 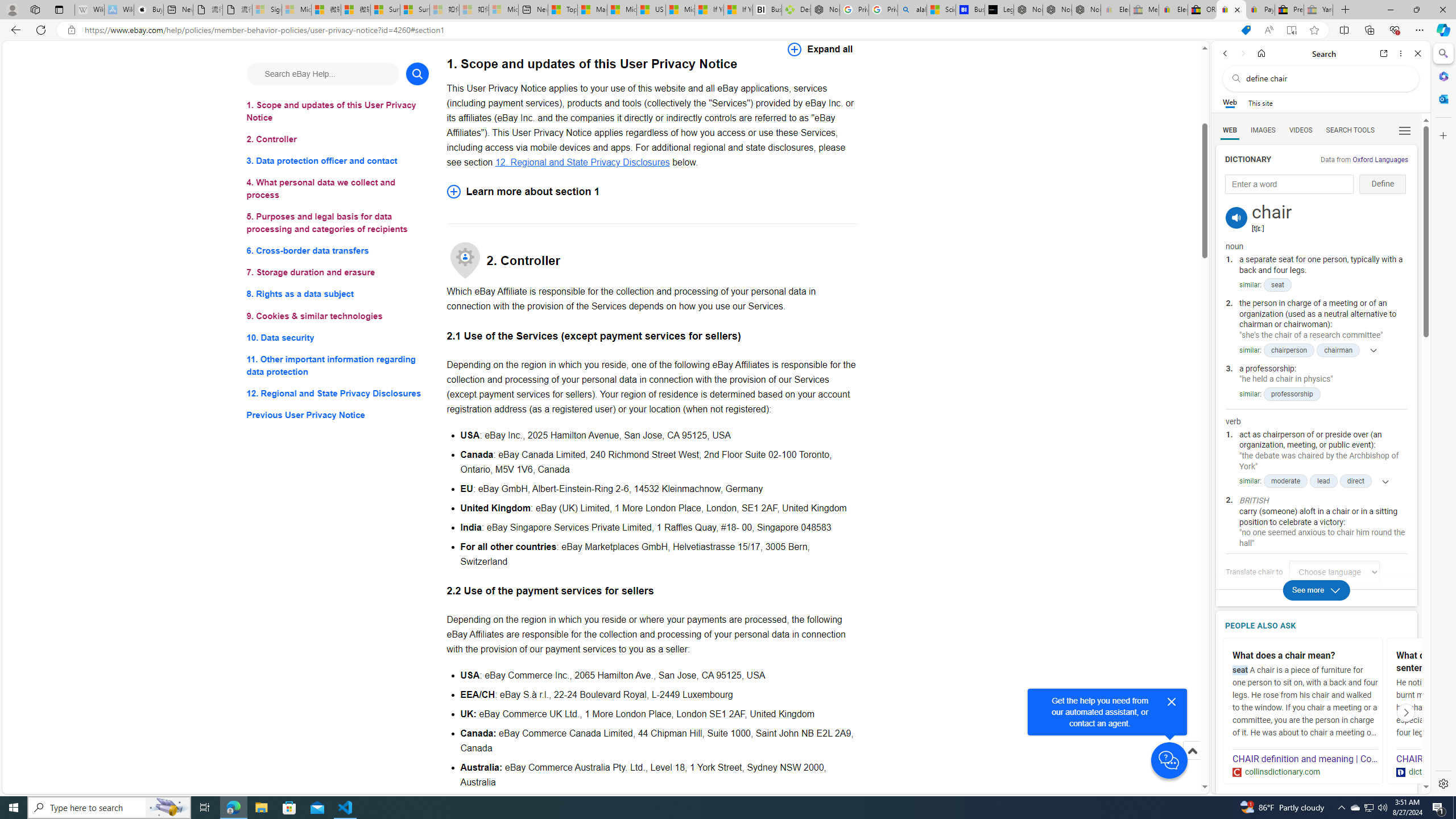 I want to click on 'Link for logging', so click(x=1338, y=572).